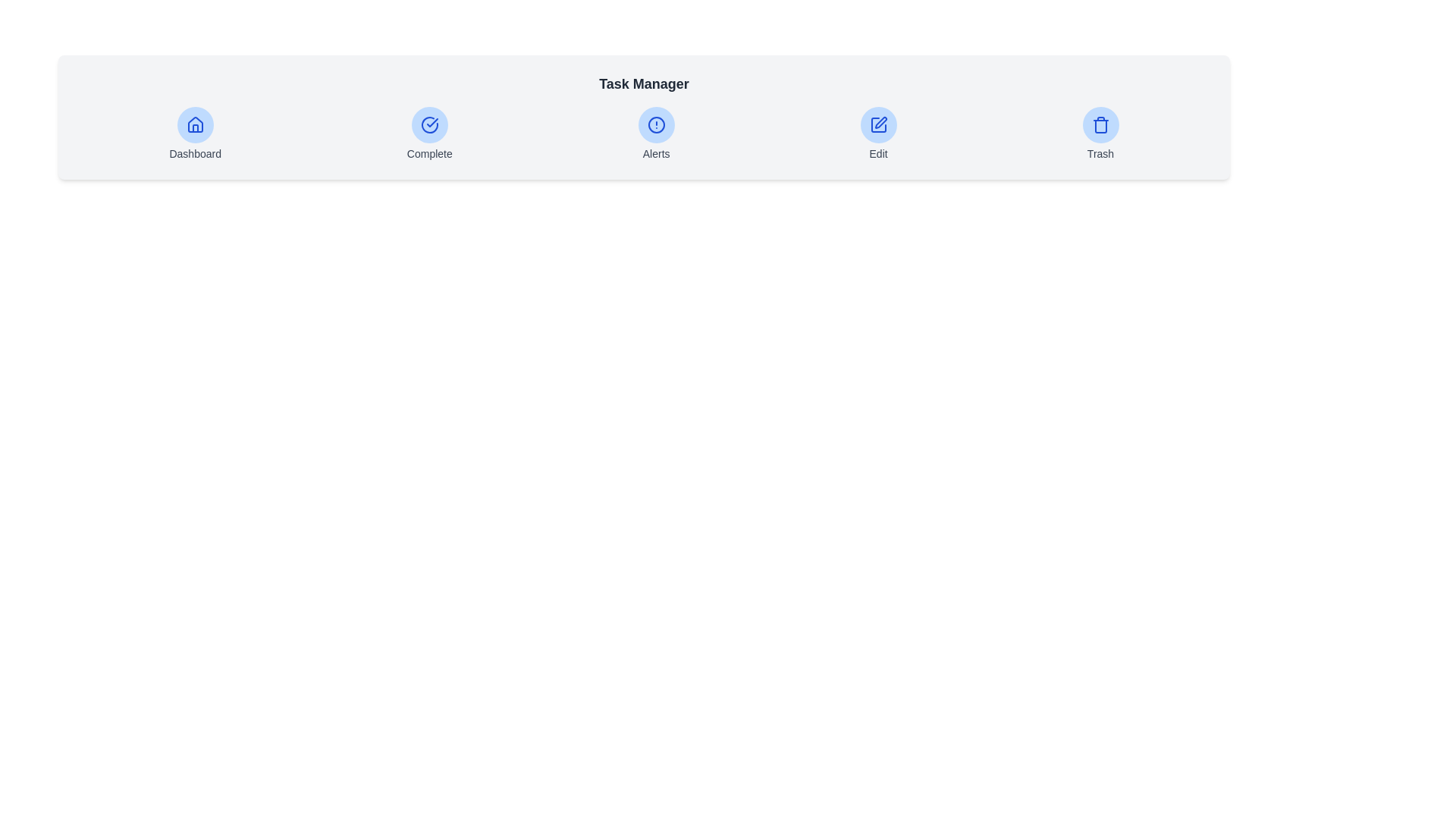 The height and width of the screenshot is (819, 1456). What do you see at coordinates (428, 154) in the screenshot?
I see `the text label that displays the word 'Complete', which is styled in a small gray font and located beneath a circular blue check mark icon` at bounding box center [428, 154].